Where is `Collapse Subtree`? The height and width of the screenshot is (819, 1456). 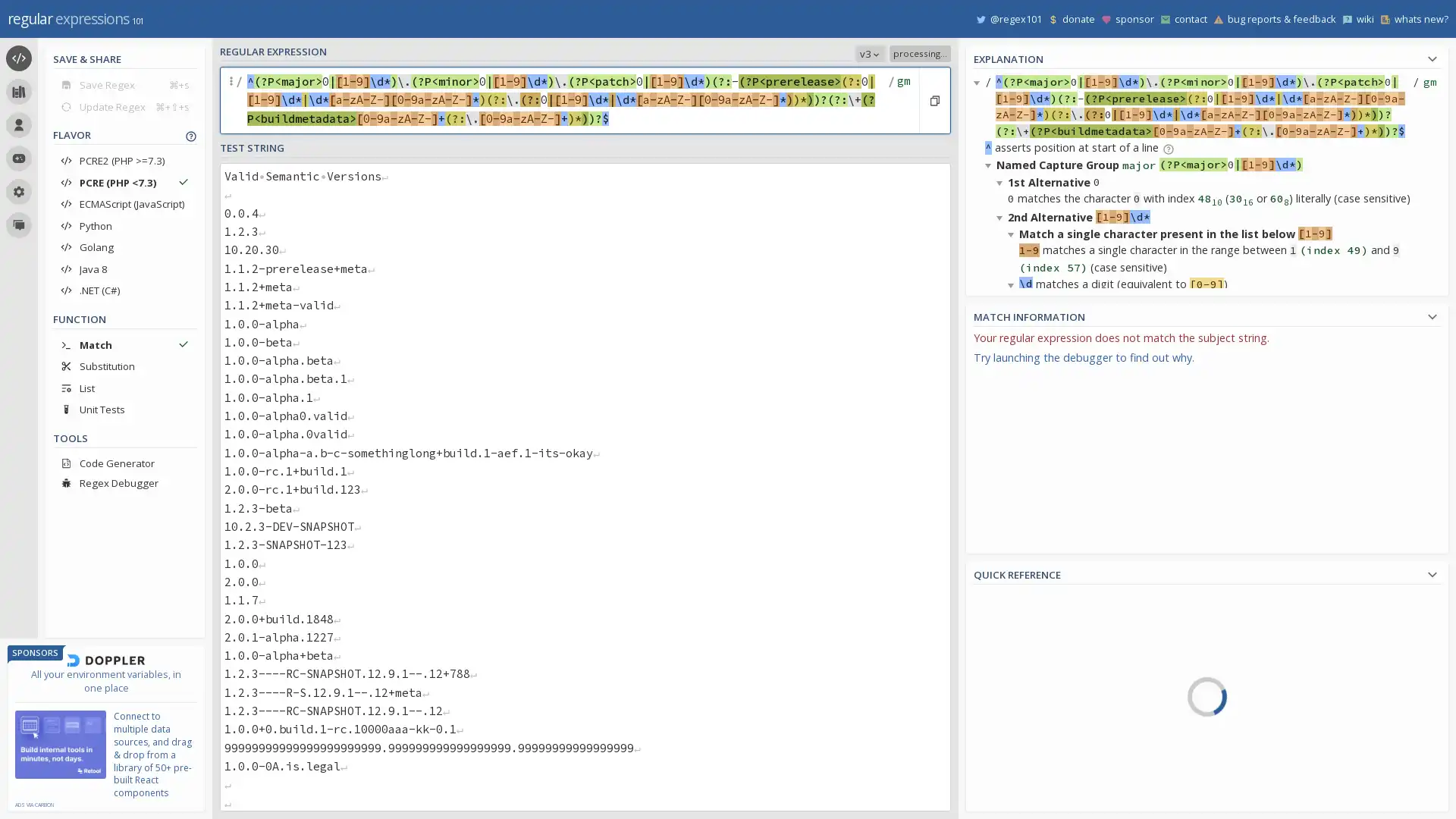 Collapse Subtree is located at coordinates (1013, 472).